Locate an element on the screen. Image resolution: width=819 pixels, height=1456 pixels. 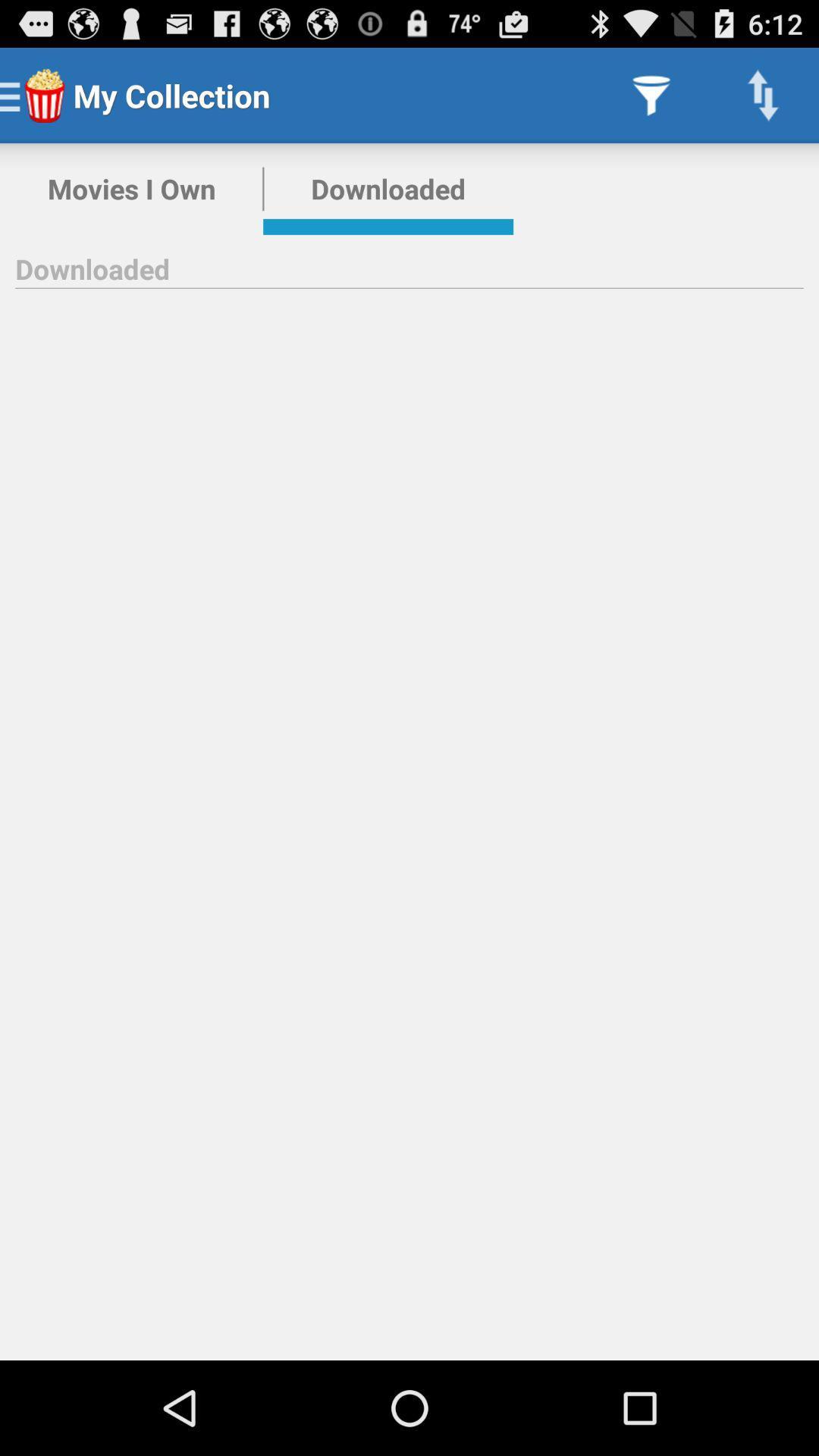
the downloaded icon is located at coordinates (388, 188).